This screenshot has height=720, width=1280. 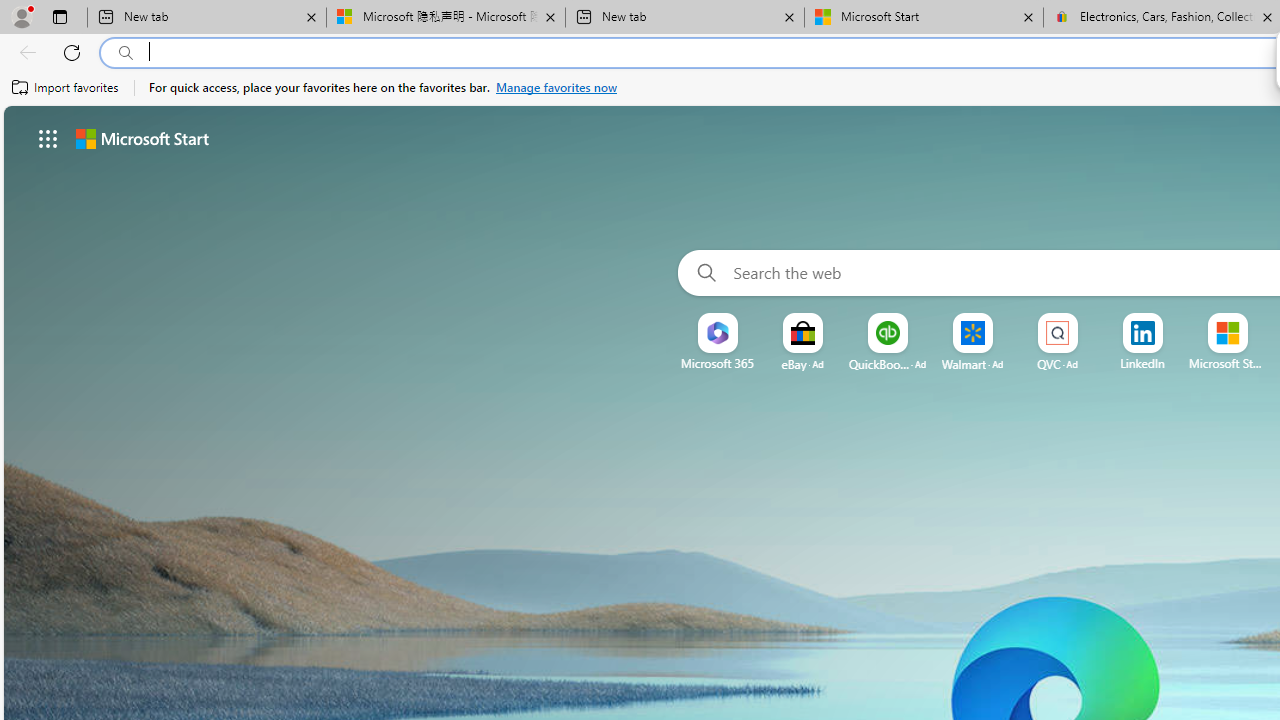 What do you see at coordinates (125, 52) in the screenshot?
I see `'Search icon'` at bounding box center [125, 52].